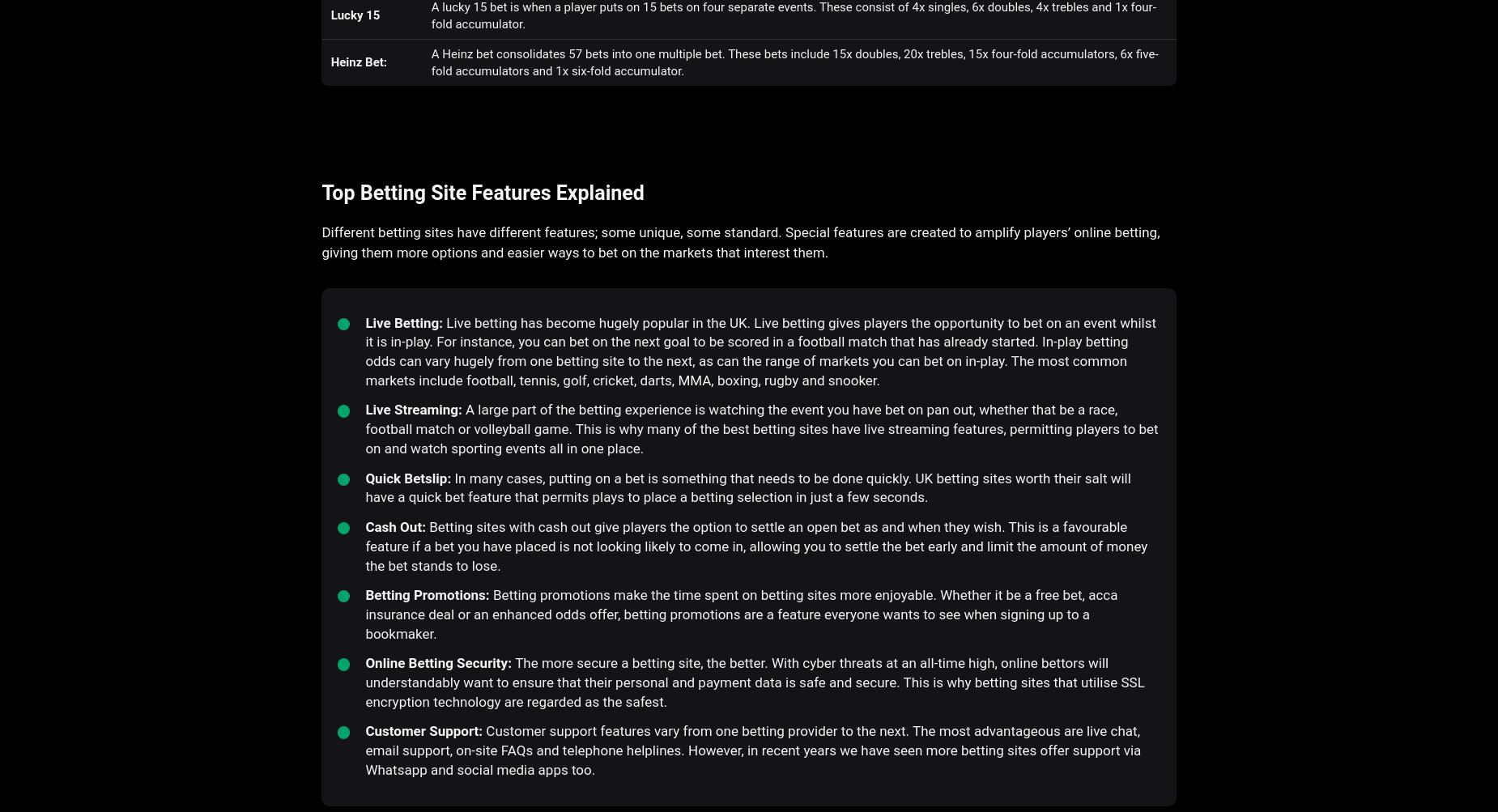 Image resolution: width=1498 pixels, height=812 pixels. What do you see at coordinates (329, 62) in the screenshot?
I see `'Heinz Bet:'` at bounding box center [329, 62].